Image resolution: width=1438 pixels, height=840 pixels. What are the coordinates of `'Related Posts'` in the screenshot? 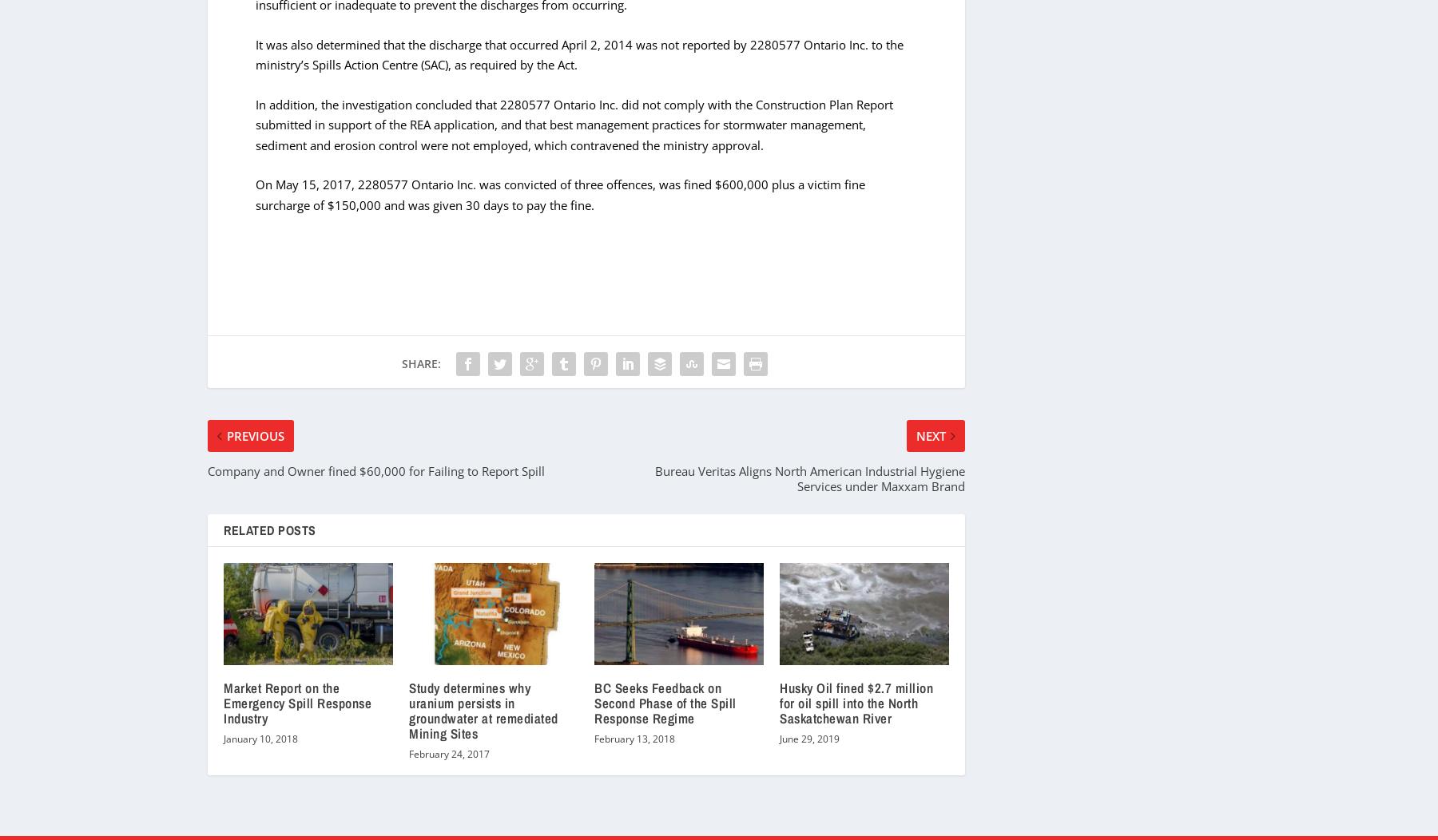 It's located at (268, 528).